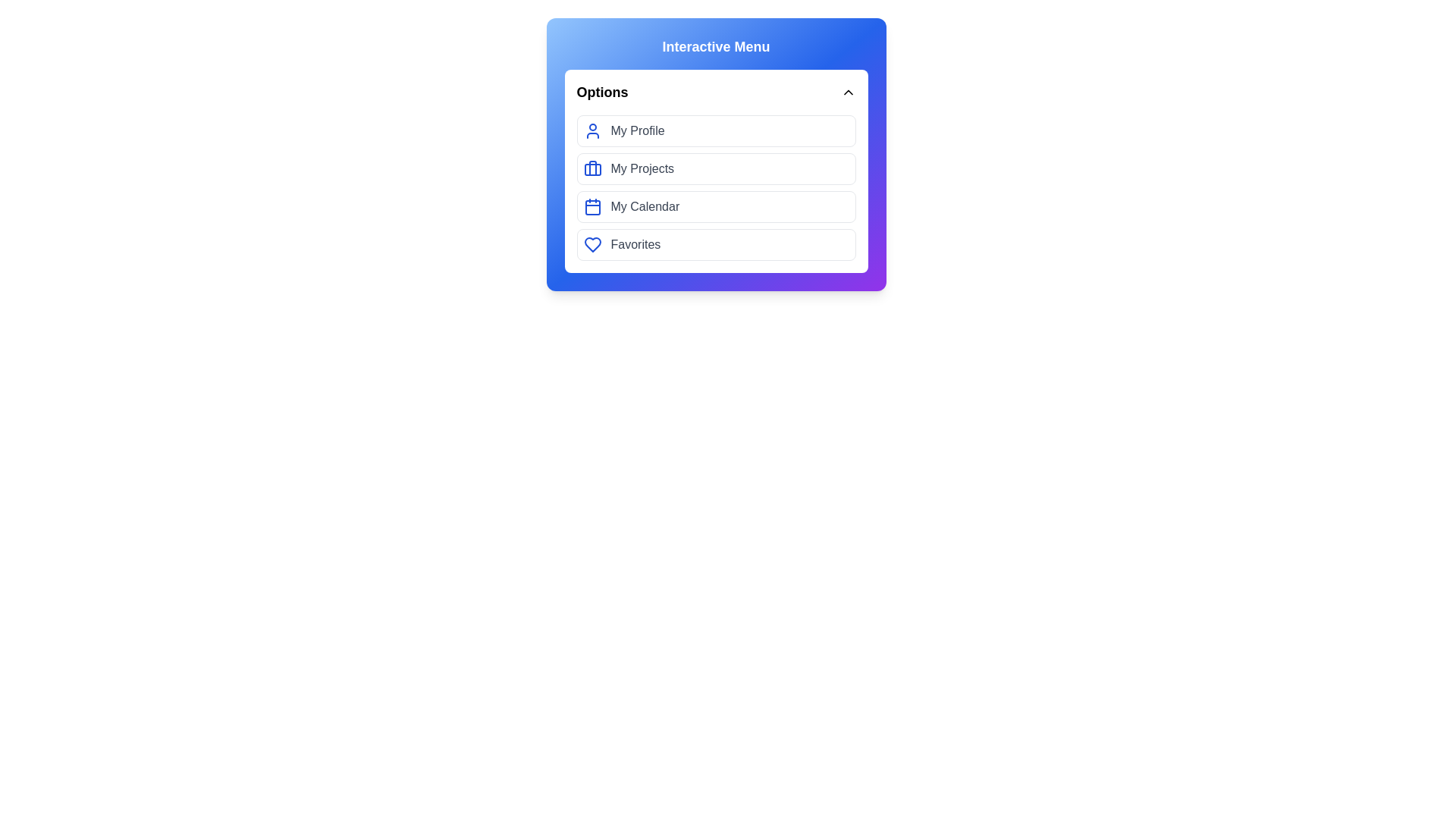  What do you see at coordinates (715, 45) in the screenshot?
I see `the 'Interactive Menu' text label` at bounding box center [715, 45].